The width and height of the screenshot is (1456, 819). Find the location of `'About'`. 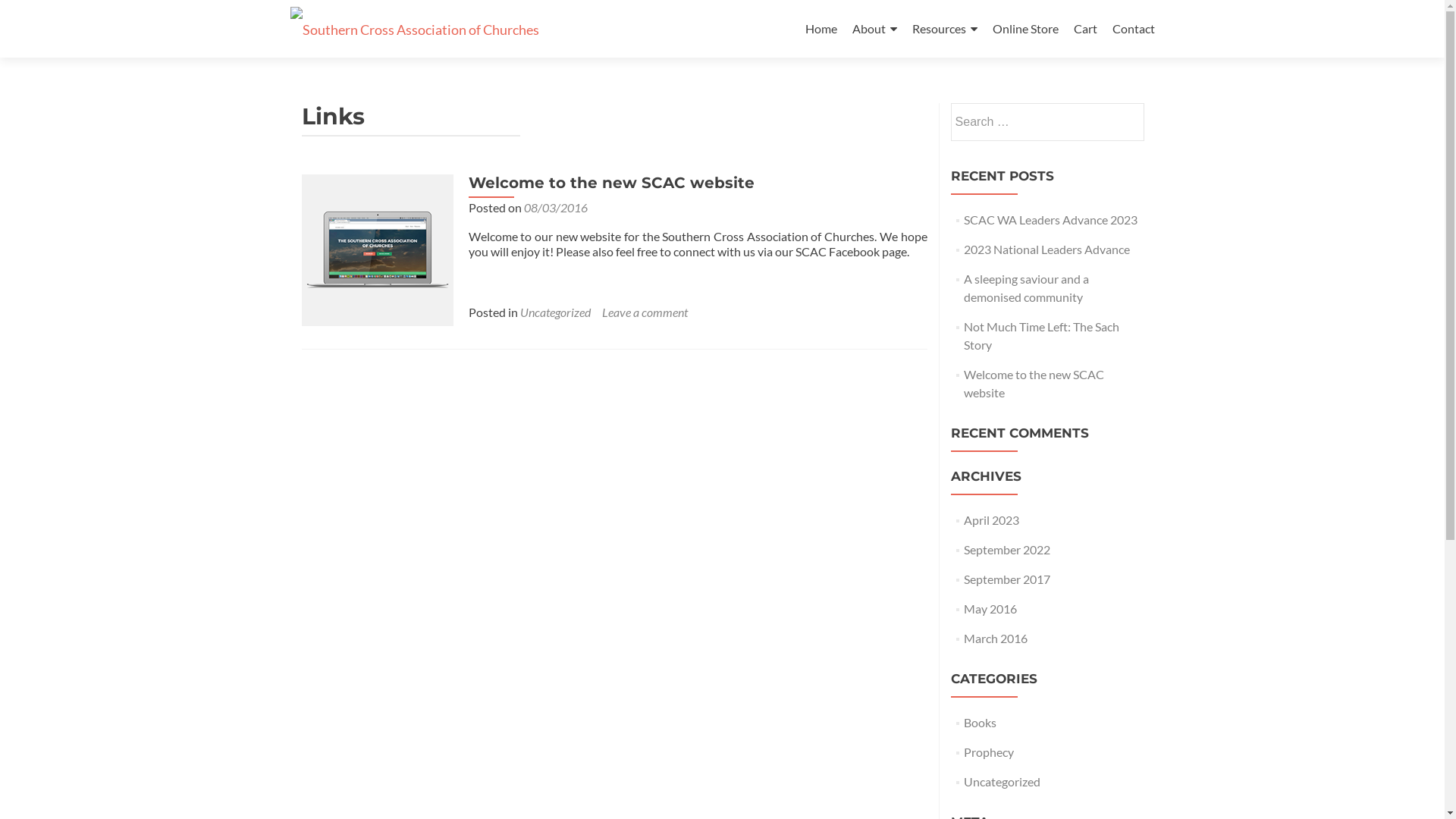

'About' is located at coordinates (874, 29).